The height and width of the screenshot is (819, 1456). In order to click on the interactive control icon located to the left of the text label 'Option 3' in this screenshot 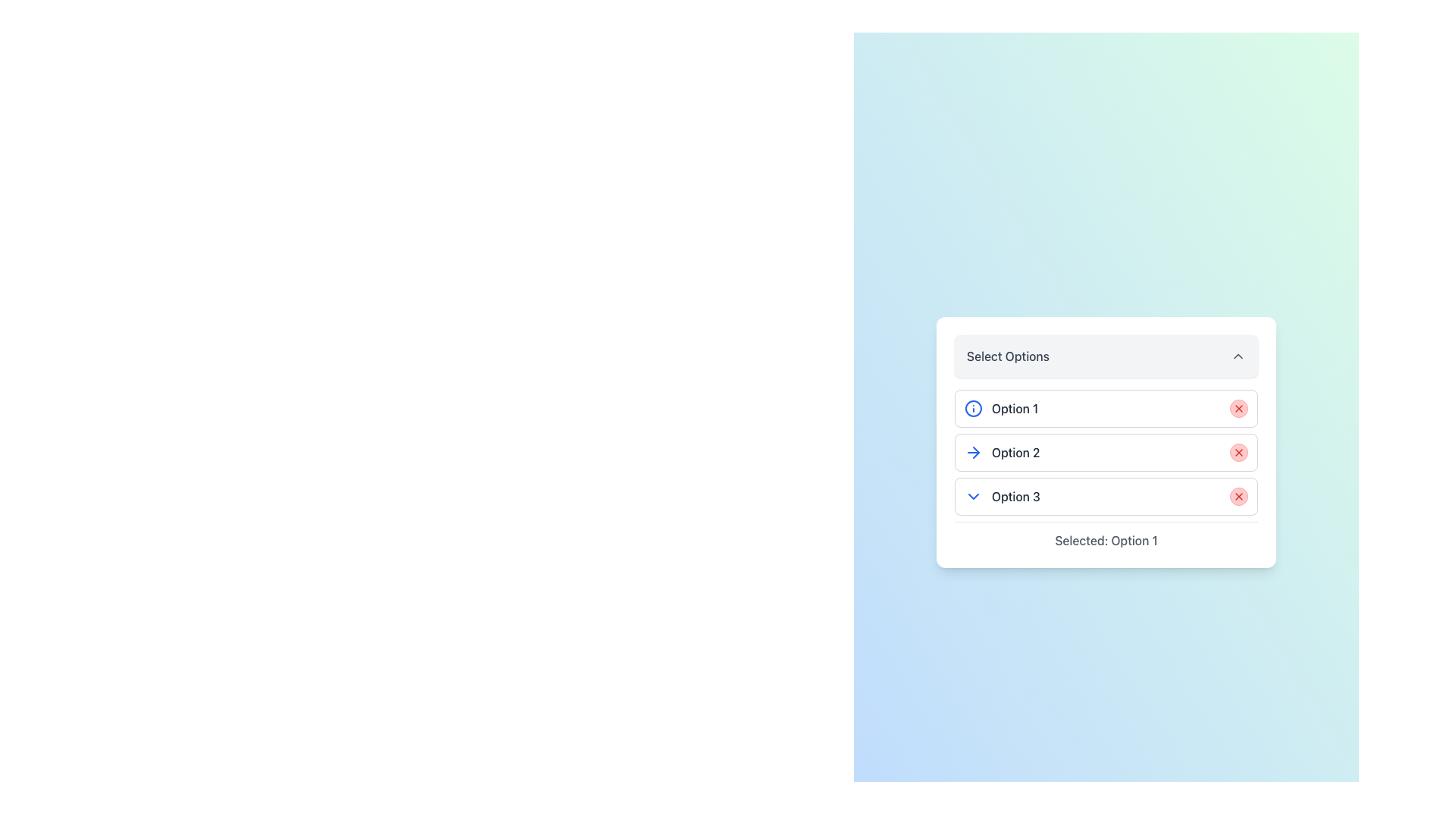, I will do `click(973, 496)`.